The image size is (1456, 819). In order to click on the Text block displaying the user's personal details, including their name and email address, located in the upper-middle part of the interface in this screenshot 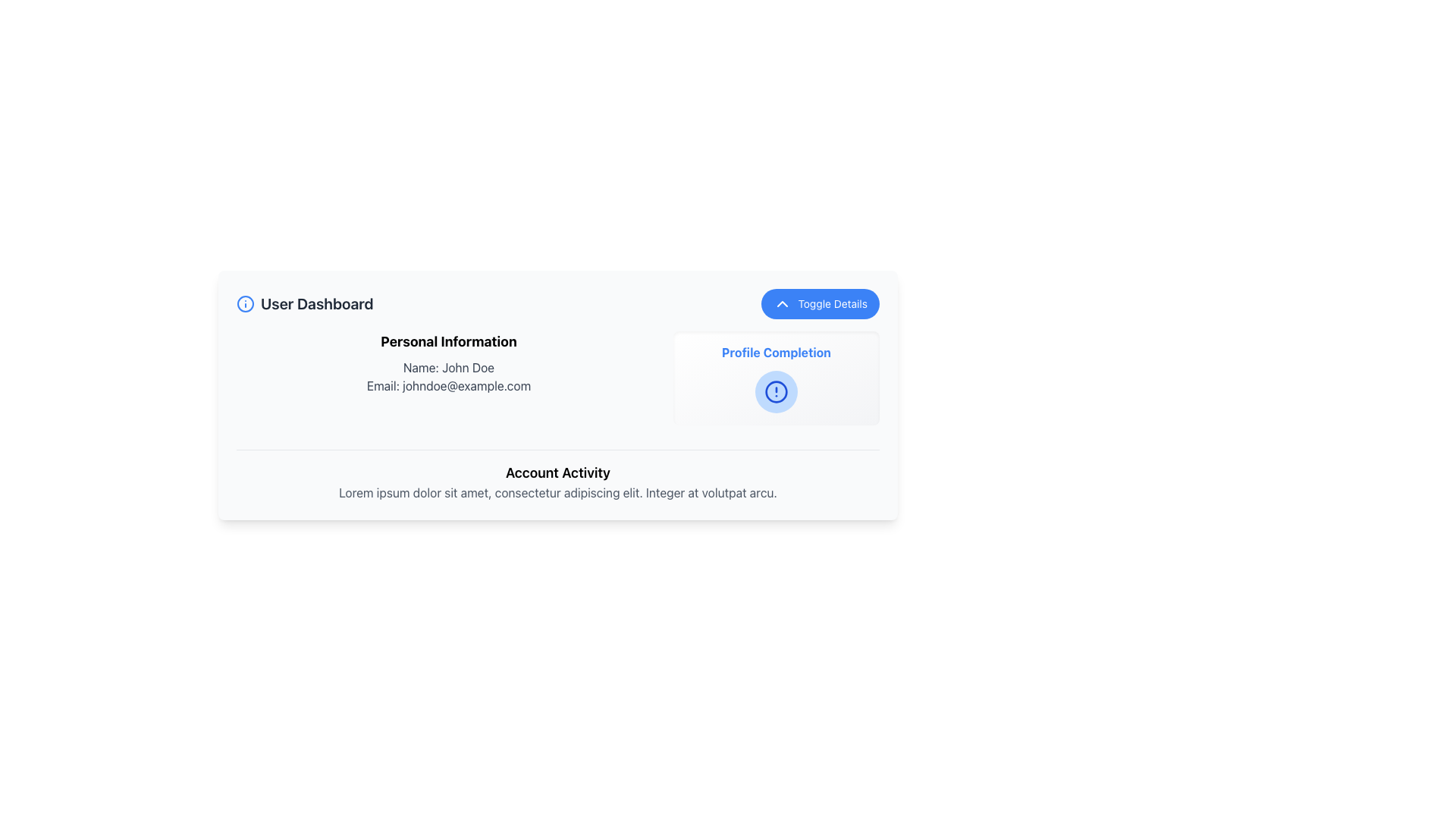, I will do `click(447, 377)`.